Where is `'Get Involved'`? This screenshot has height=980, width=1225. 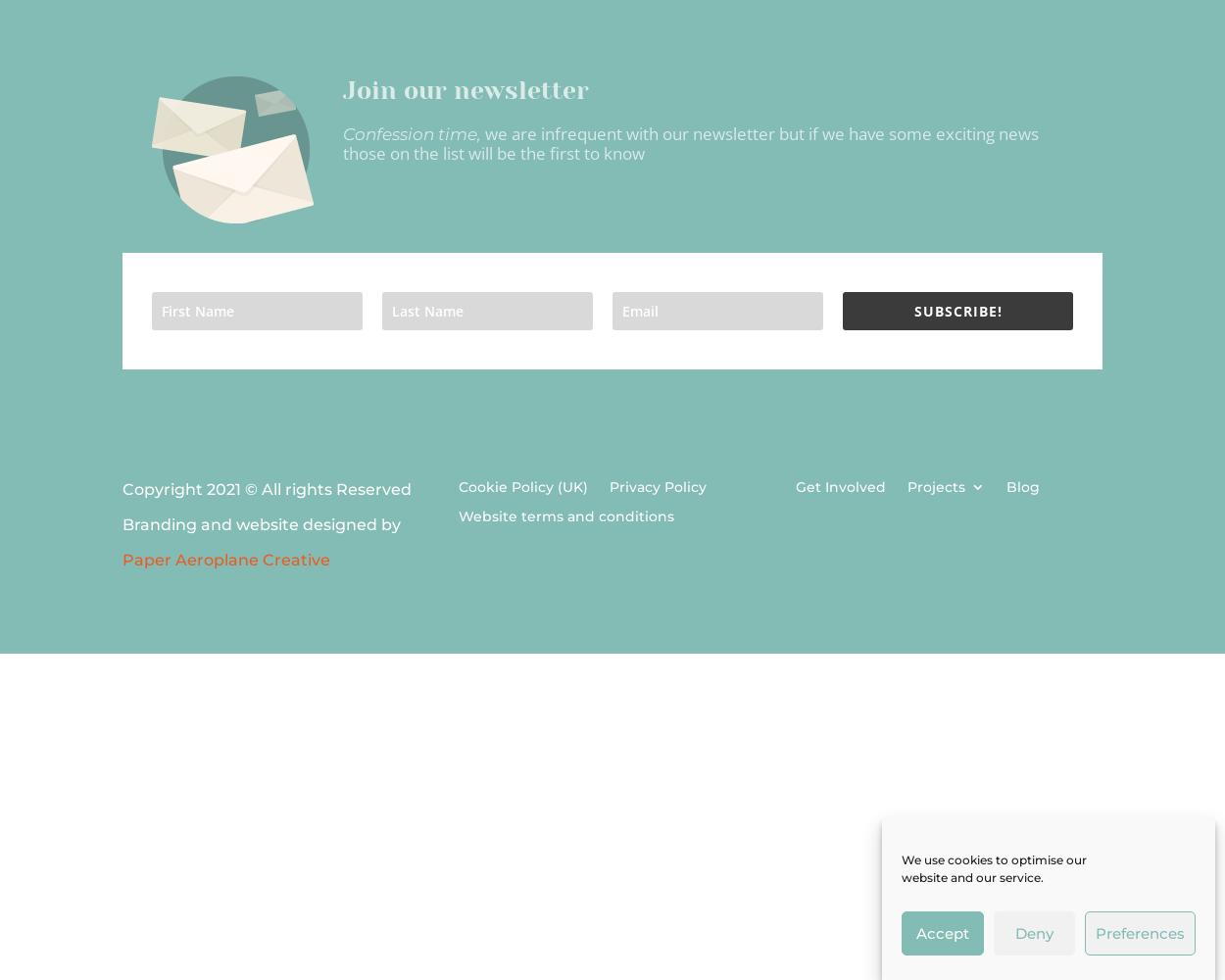 'Get Involved' is located at coordinates (839, 486).